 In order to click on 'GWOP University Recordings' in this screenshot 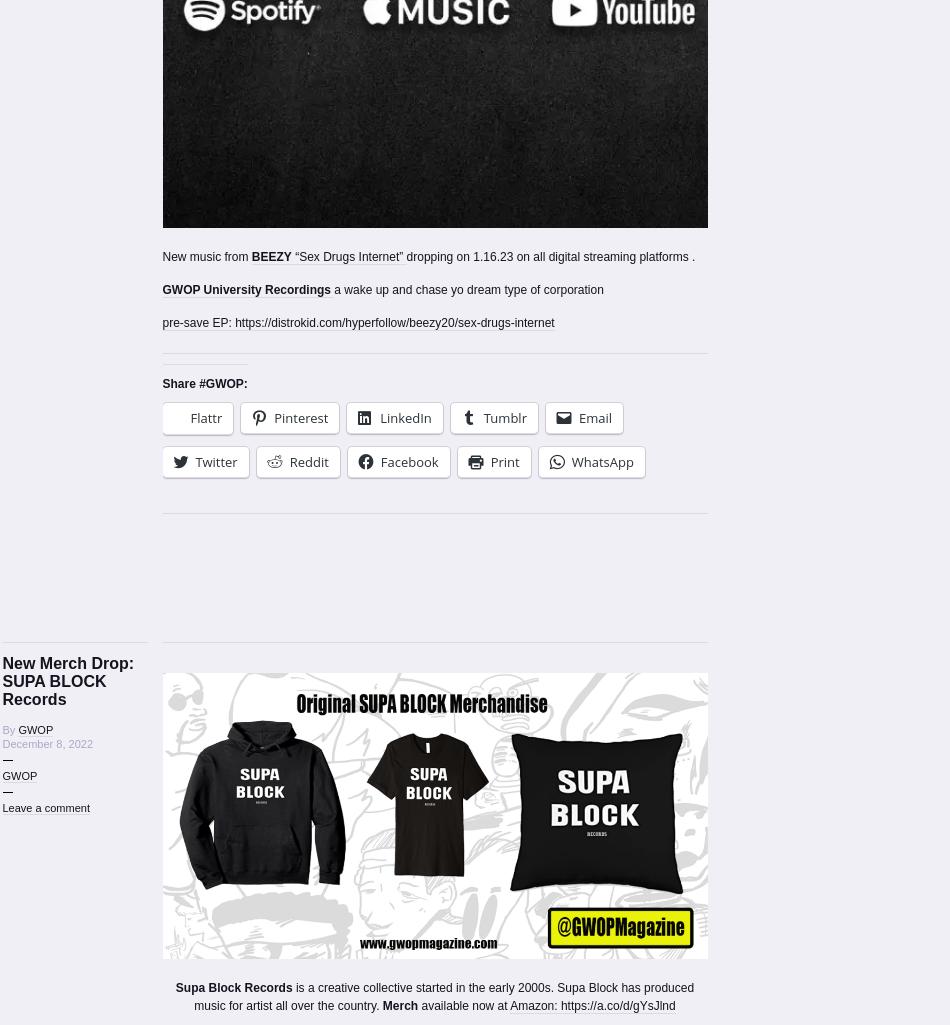, I will do `click(247, 289)`.